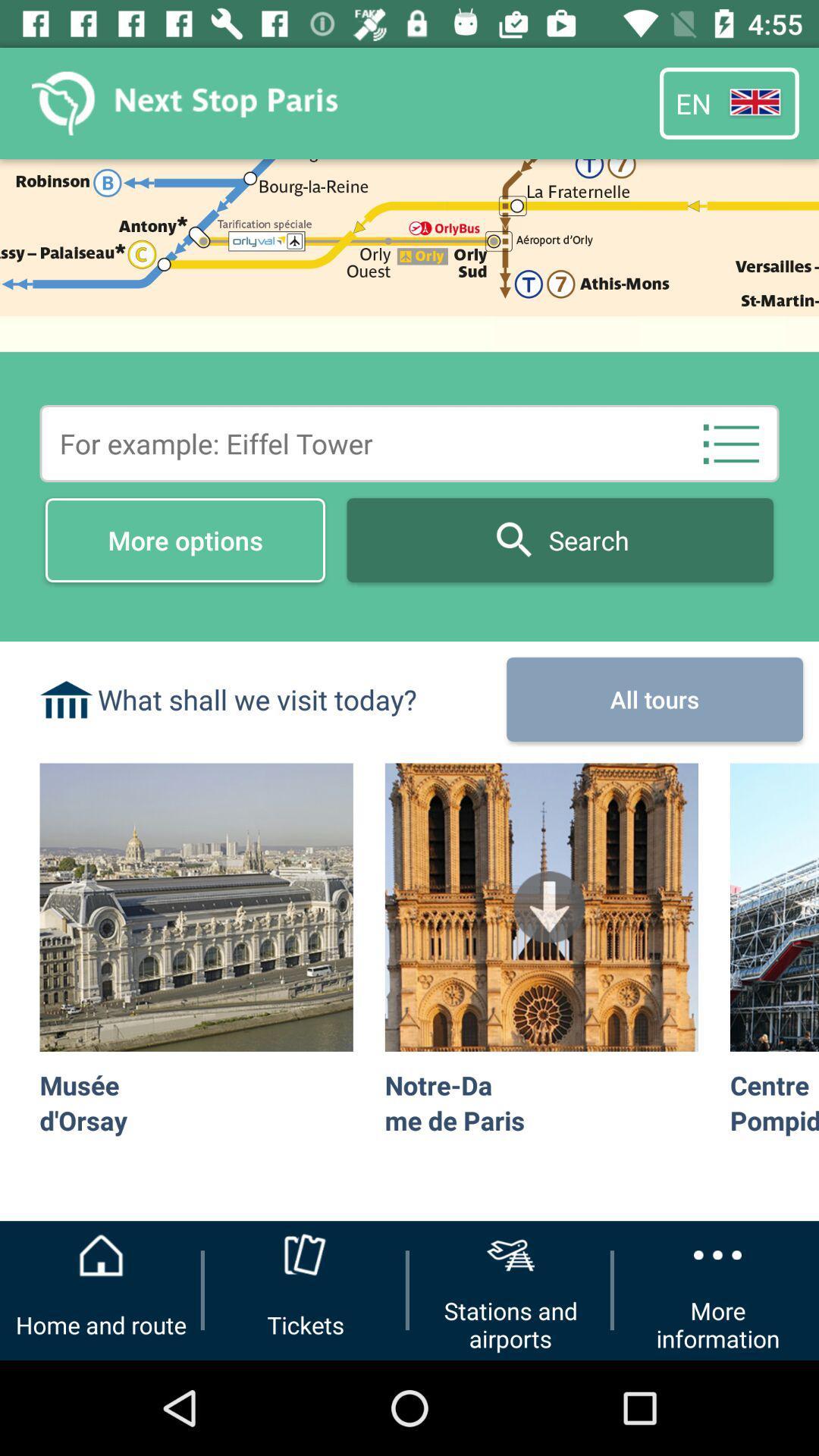 The height and width of the screenshot is (1456, 819). What do you see at coordinates (730, 443) in the screenshot?
I see `the list icon` at bounding box center [730, 443].